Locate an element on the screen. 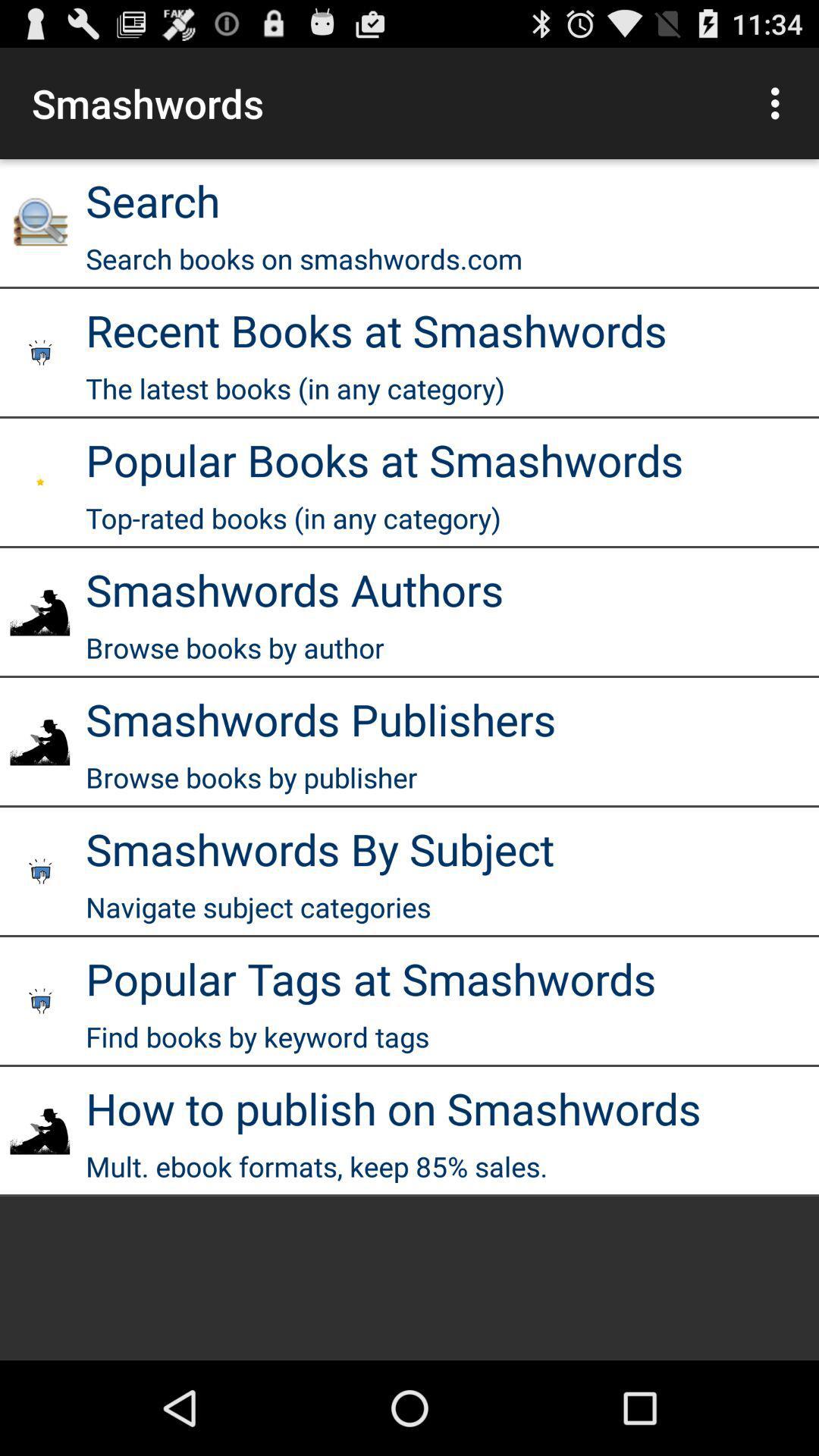 The image size is (819, 1456). smashwords publishers is located at coordinates (320, 718).